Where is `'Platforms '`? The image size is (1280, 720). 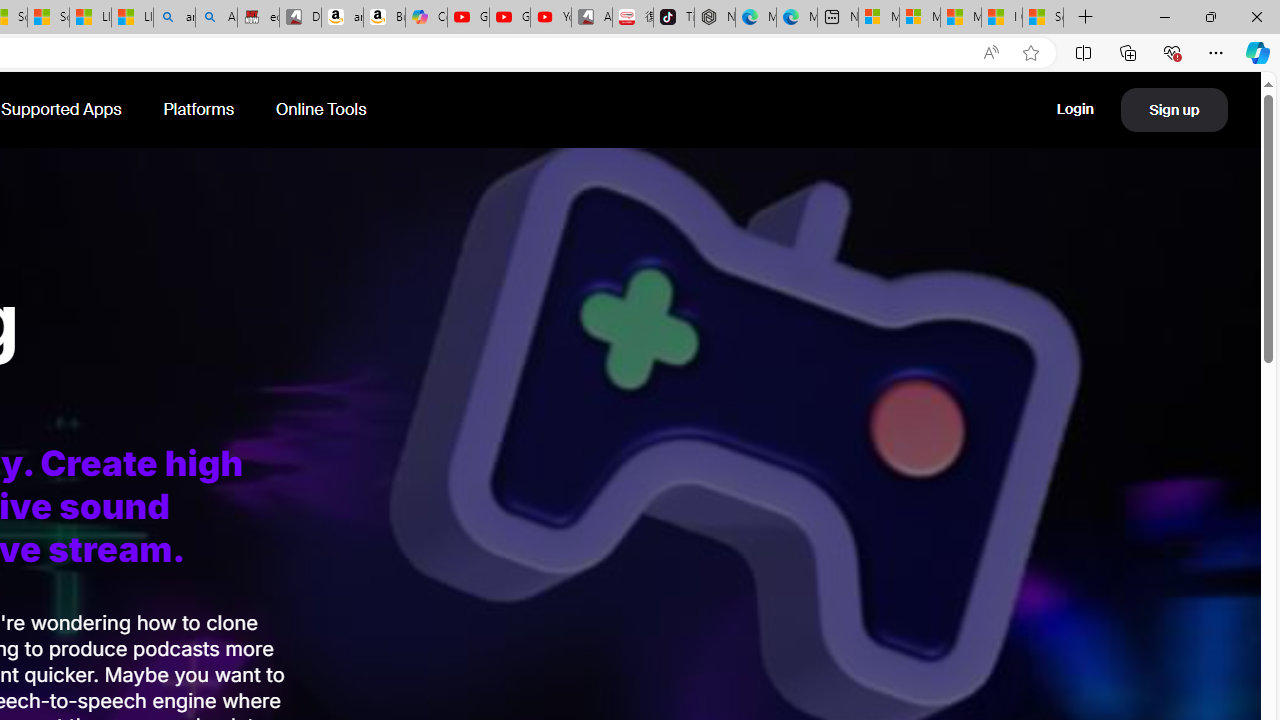
'Platforms ' is located at coordinates (200, 109).